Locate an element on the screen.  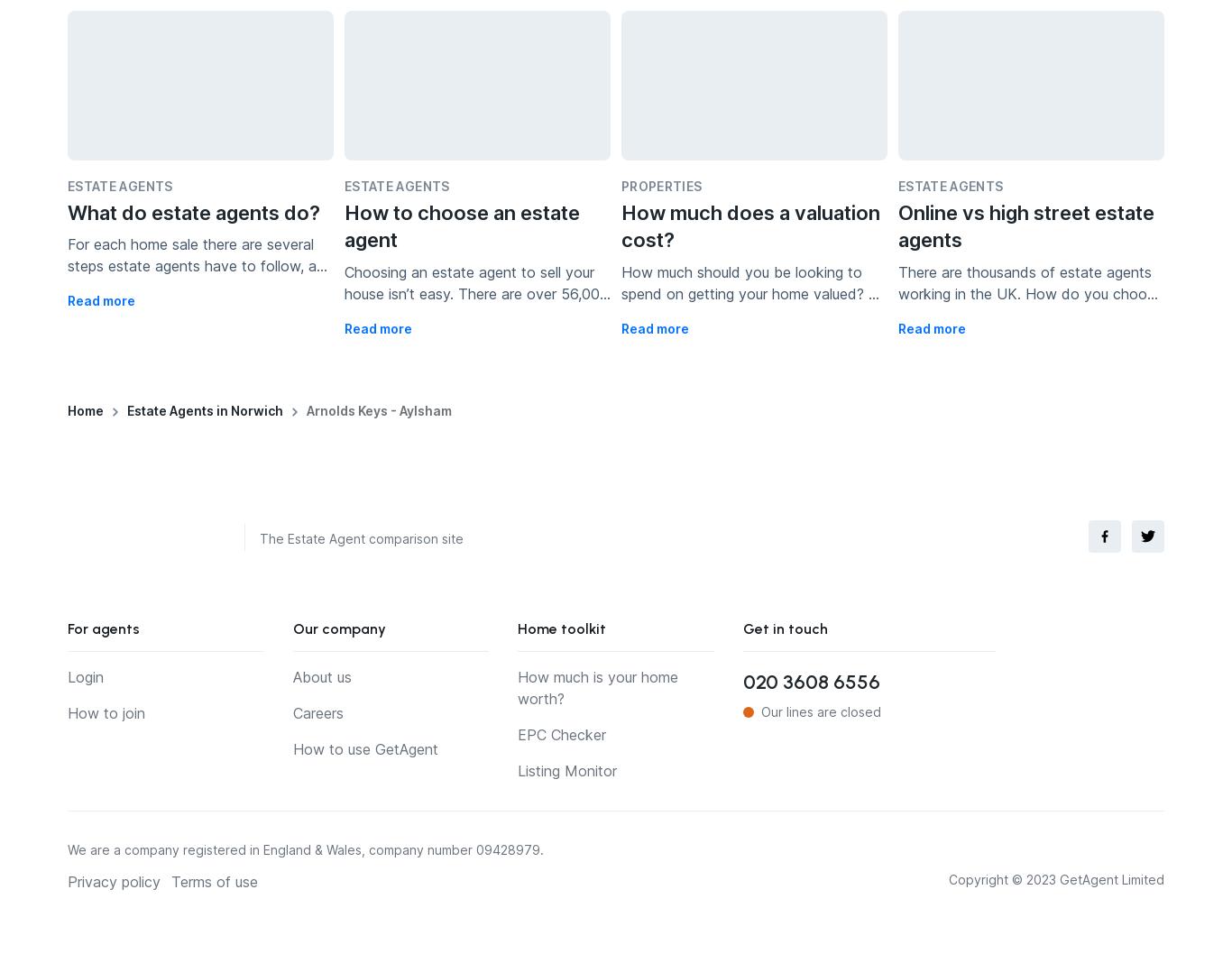
'020 3608 6556' is located at coordinates (809, 682).